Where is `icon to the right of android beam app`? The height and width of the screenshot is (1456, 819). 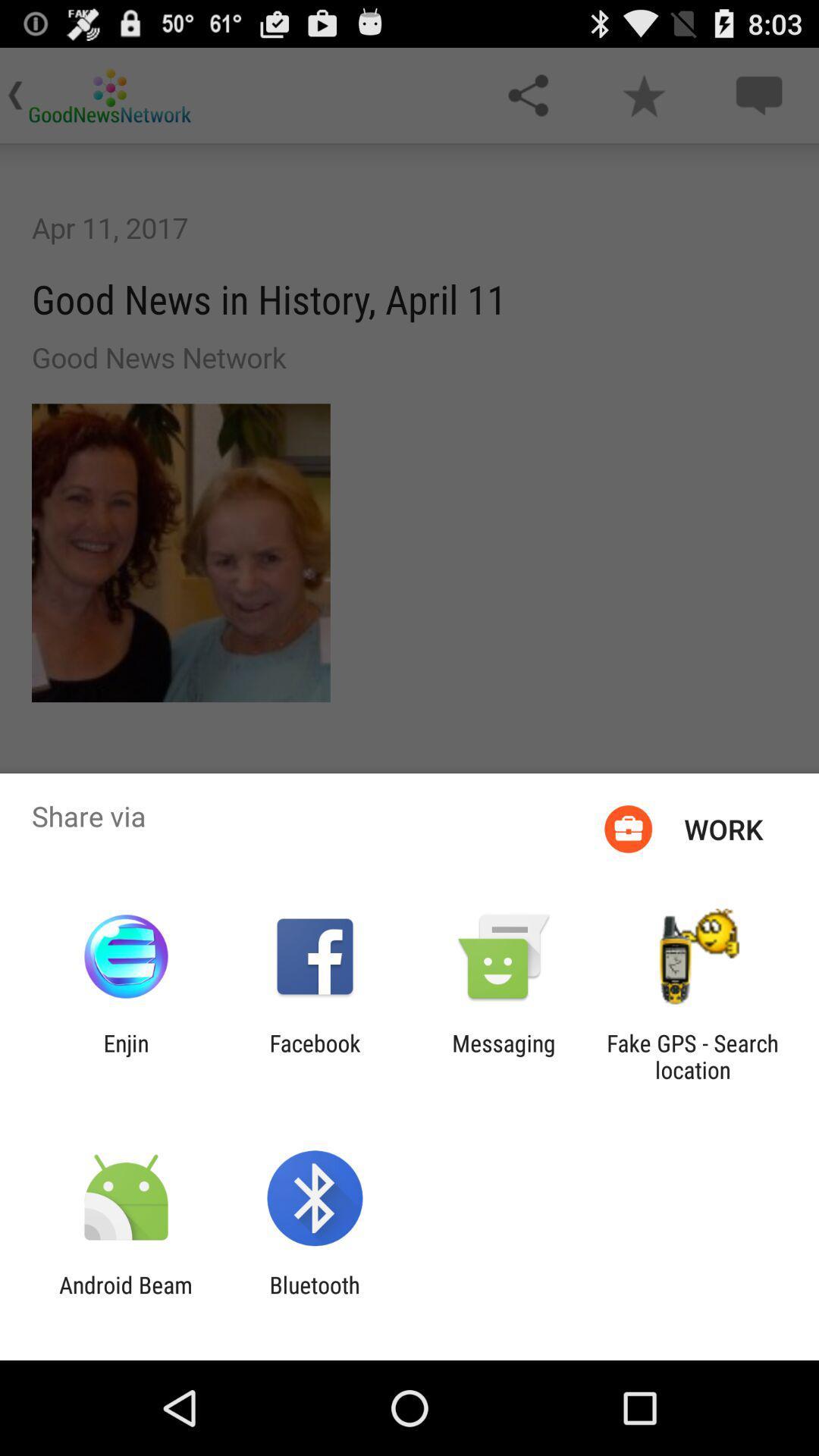 icon to the right of android beam app is located at coordinates (314, 1298).